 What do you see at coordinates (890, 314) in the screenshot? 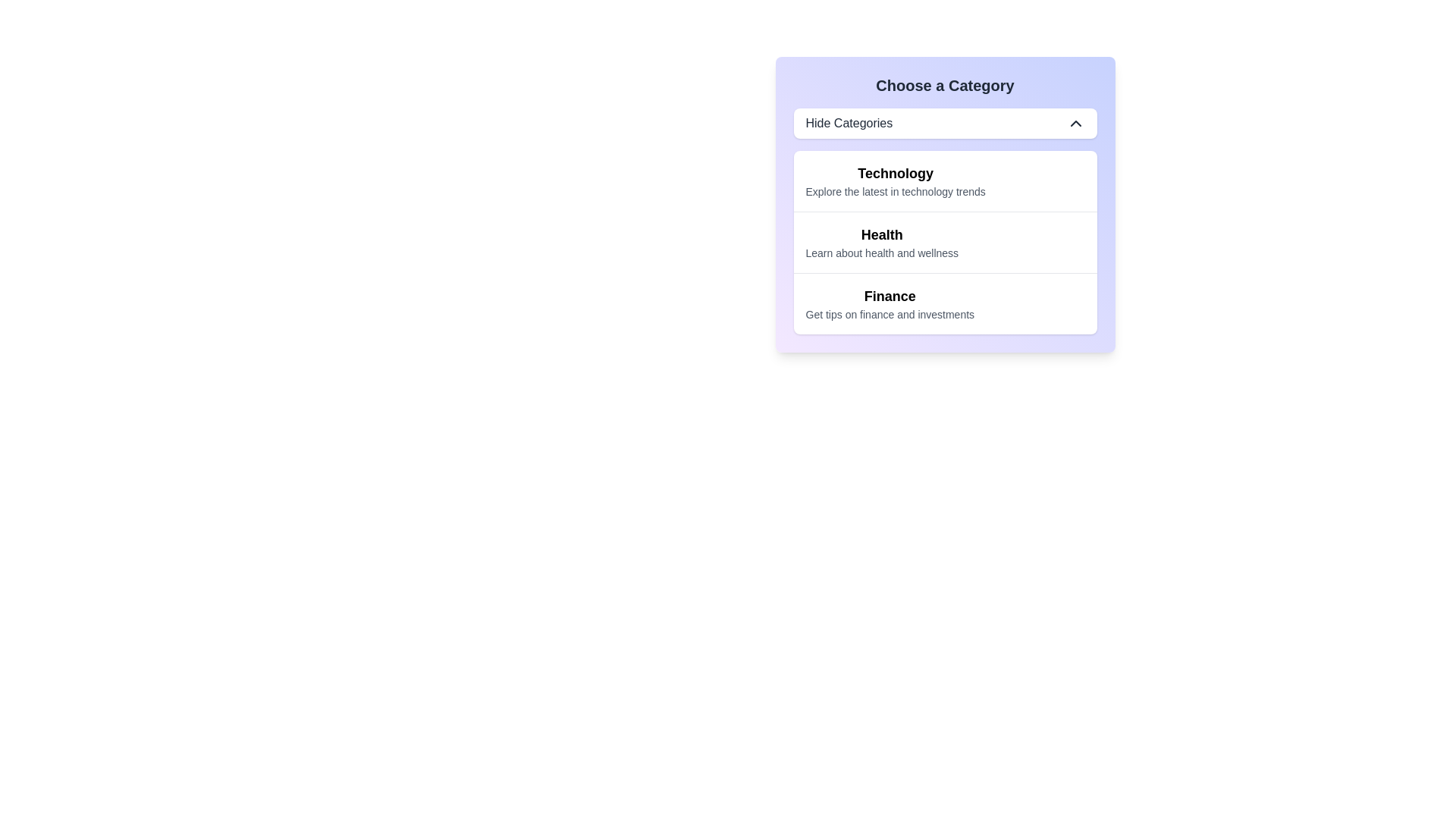
I see `the descriptive label text located beneath the 'Finance' header in the third category card under 'Choose a Category'` at bounding box center [890, 314].